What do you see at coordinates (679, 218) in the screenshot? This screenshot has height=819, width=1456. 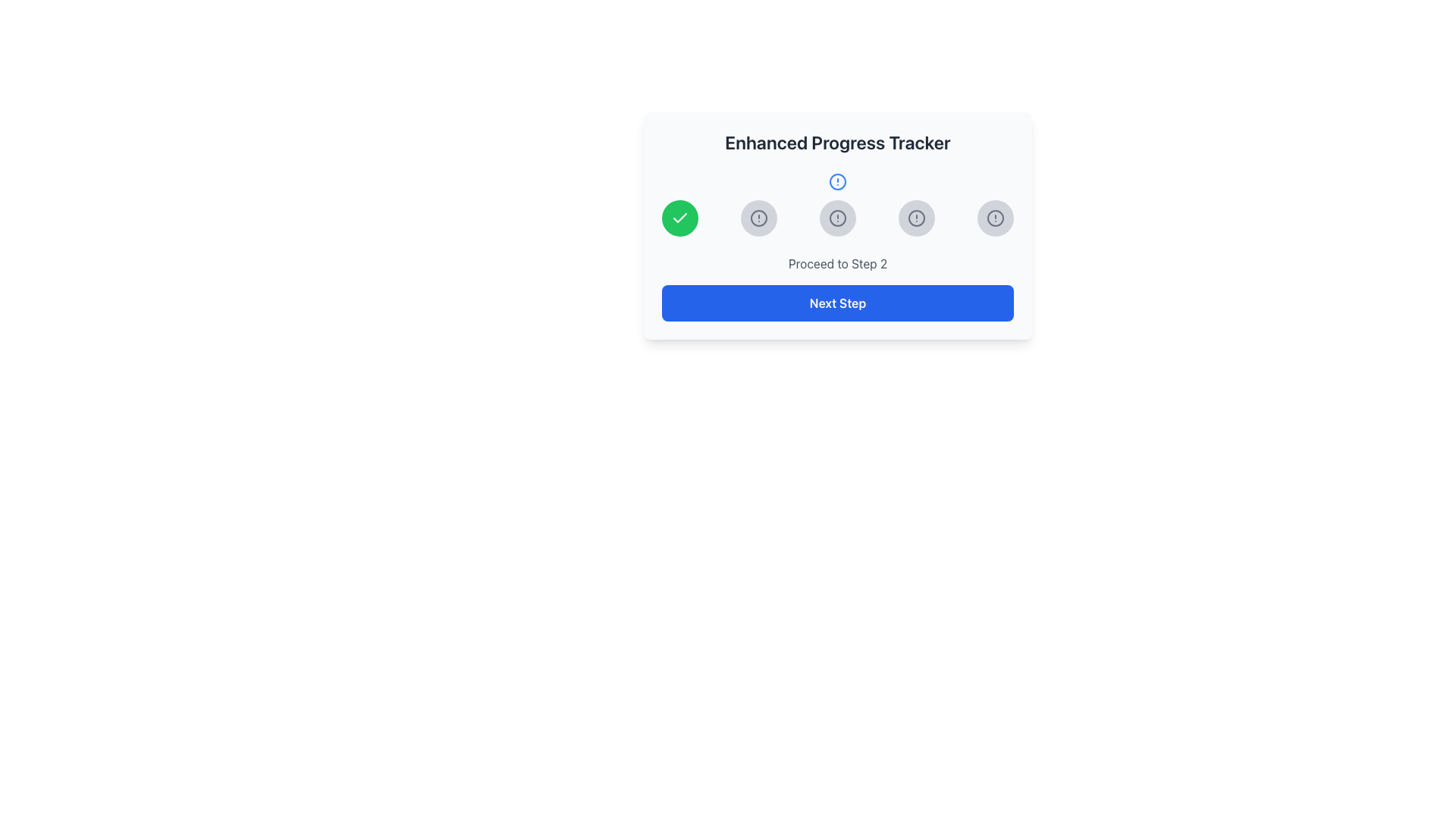 I see `the checkmark icon with a green circular background, which serves as the first step in the progress tracker interface` at bounding box center [679, 218].